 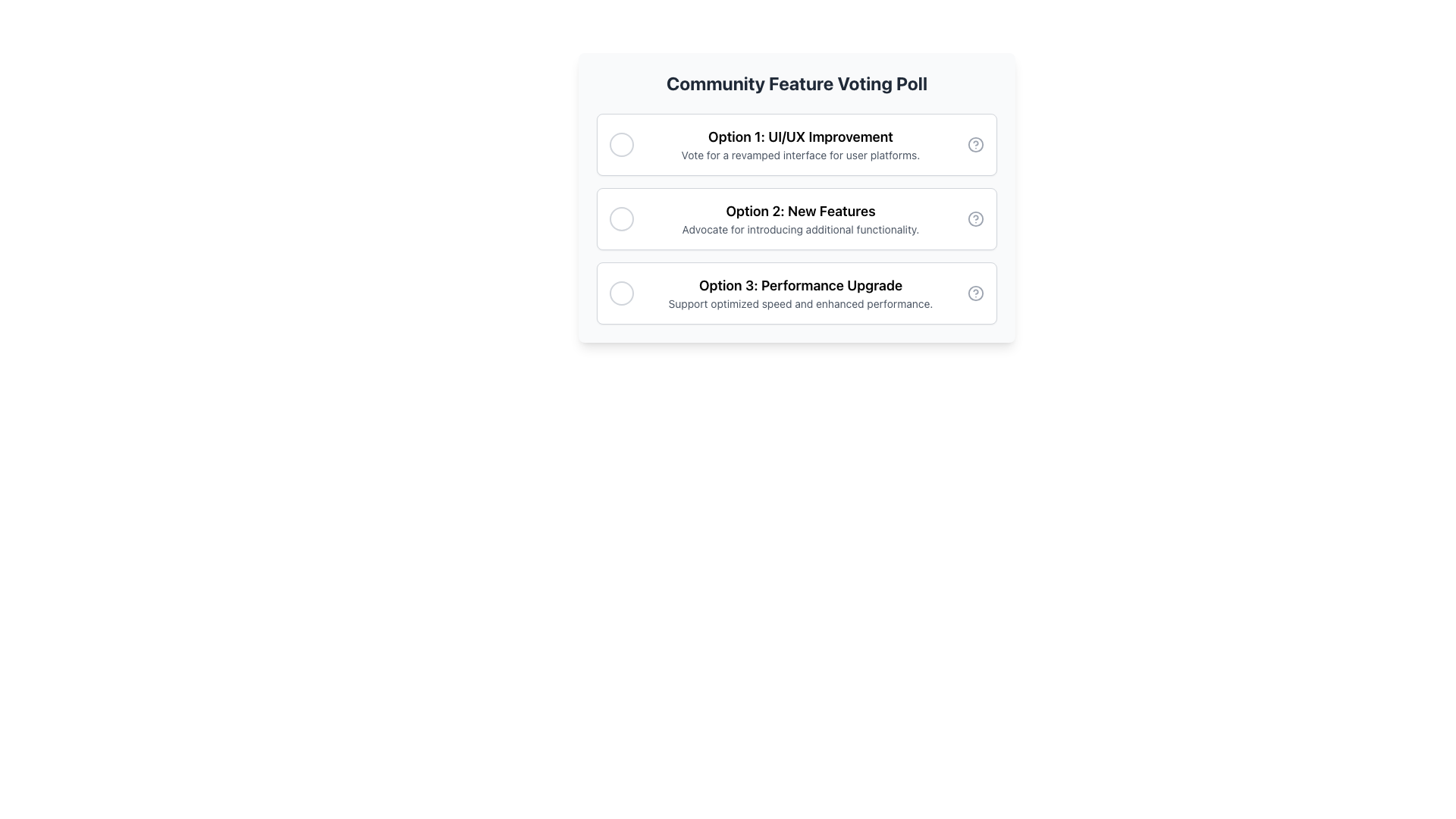 What do you see at coordinates (800, 155) in the screenshot?
I see `the text label displaying 'Vote for a revamped interface for user platforms.' which is located below the header 'Option 1: UI/UX Improvement.'` at bounding box center [800, 155].